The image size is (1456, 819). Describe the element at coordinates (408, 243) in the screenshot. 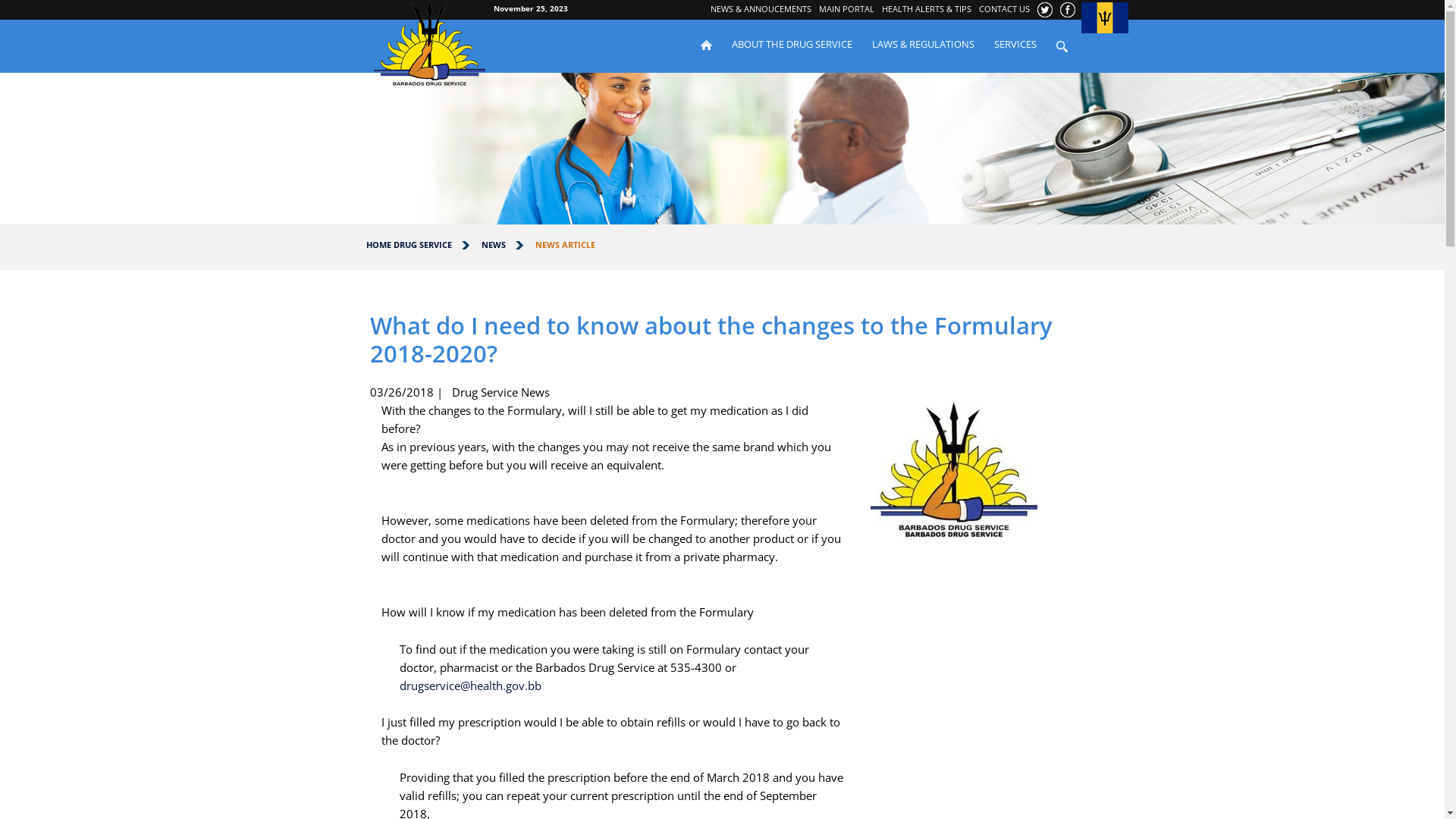

I see `'HOME DRUG SERVICE'` at that location.